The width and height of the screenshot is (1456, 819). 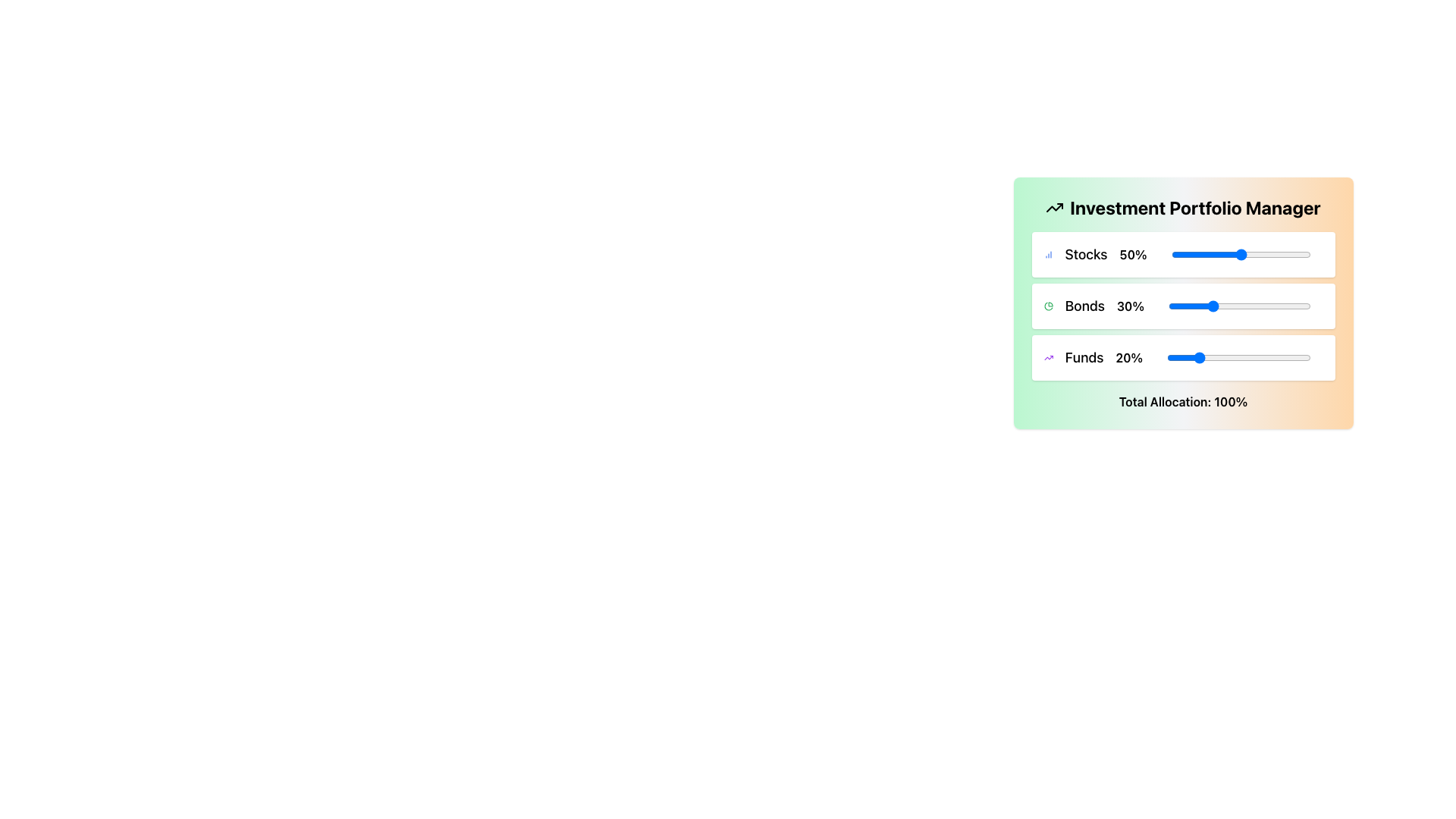 What do you see at coordinates (1167, 357) in the screenshot?
I see `the 'Funds' allocation` at bounding box center [1167, 357].